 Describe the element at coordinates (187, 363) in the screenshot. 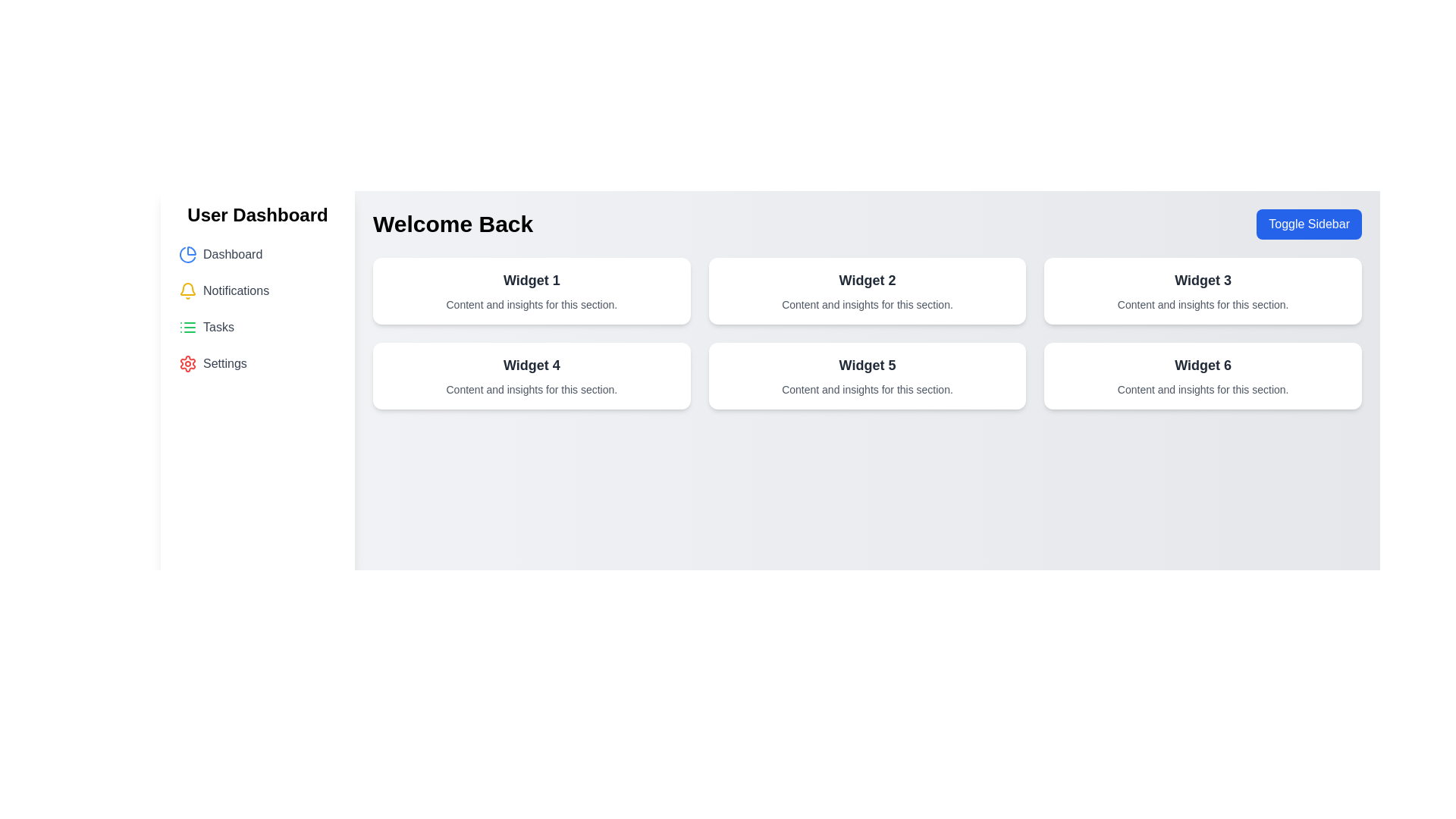

I see `the red gear-like icon representing the settings option in the vertical navigation menu for accessibility tools` at that location.